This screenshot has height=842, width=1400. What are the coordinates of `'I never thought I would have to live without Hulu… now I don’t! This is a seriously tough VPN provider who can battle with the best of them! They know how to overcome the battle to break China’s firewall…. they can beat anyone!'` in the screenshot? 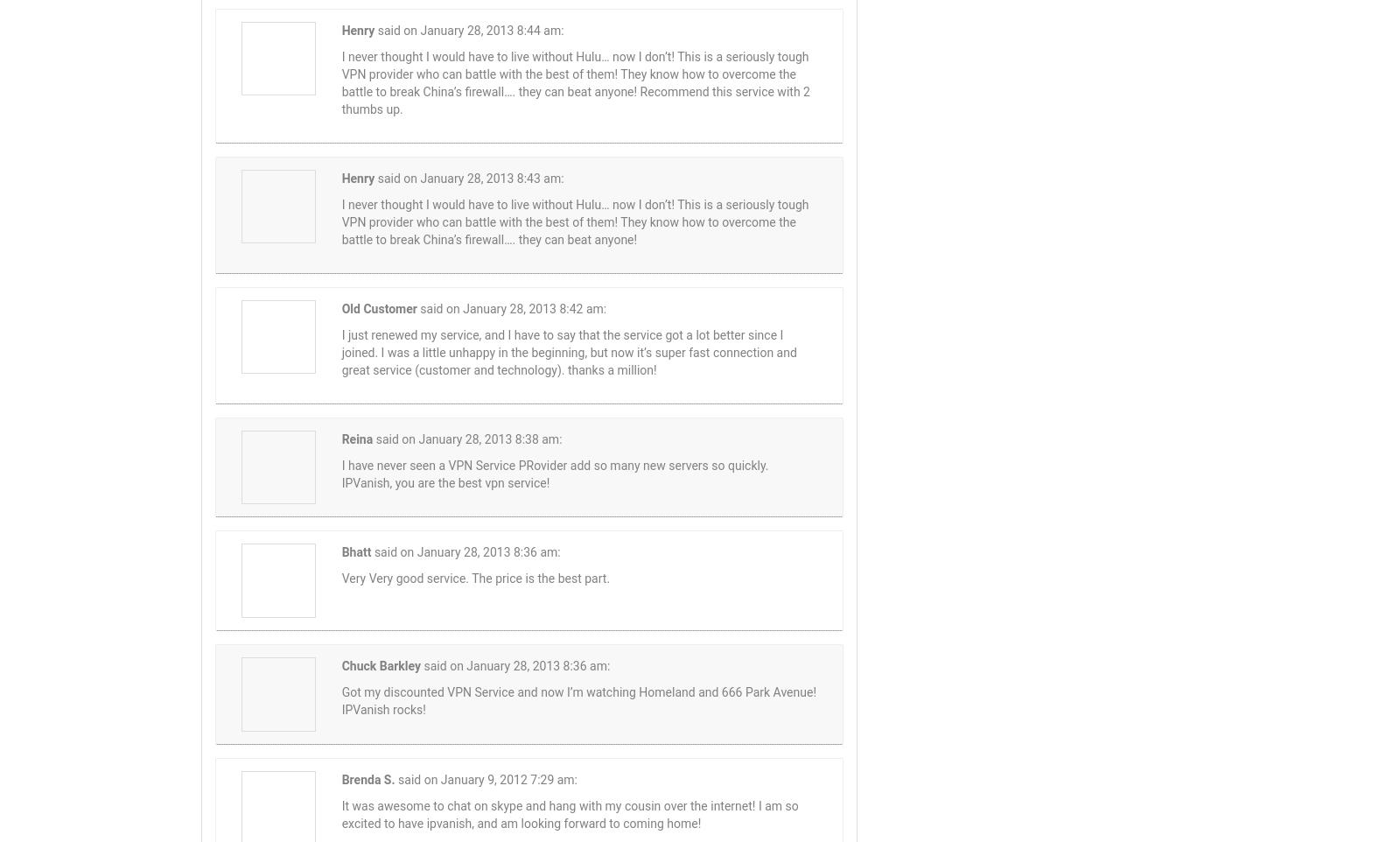 It's located at (574, 221).